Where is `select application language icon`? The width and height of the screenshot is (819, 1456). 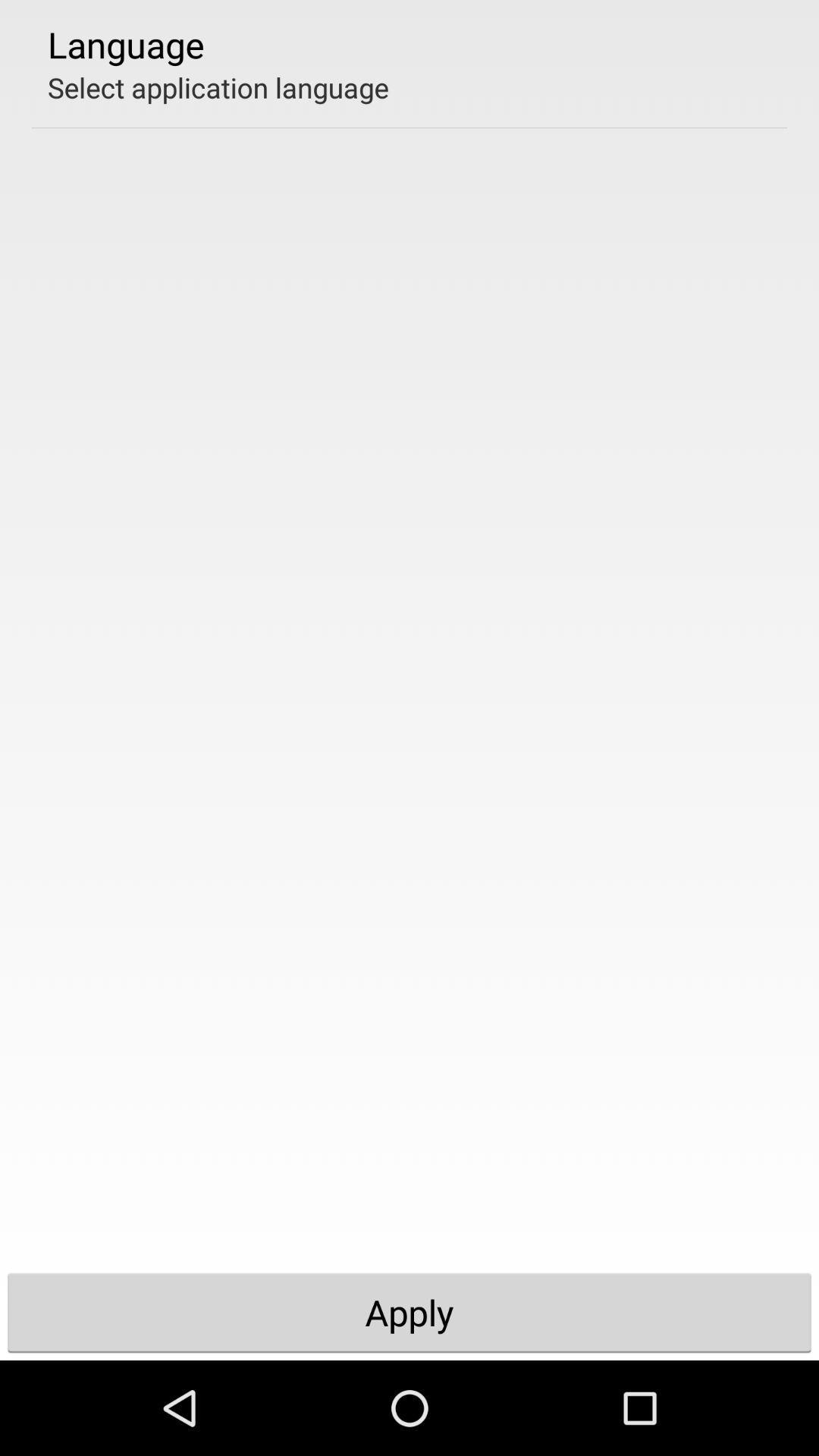 select application language icon is located at coordinates (218, 86).